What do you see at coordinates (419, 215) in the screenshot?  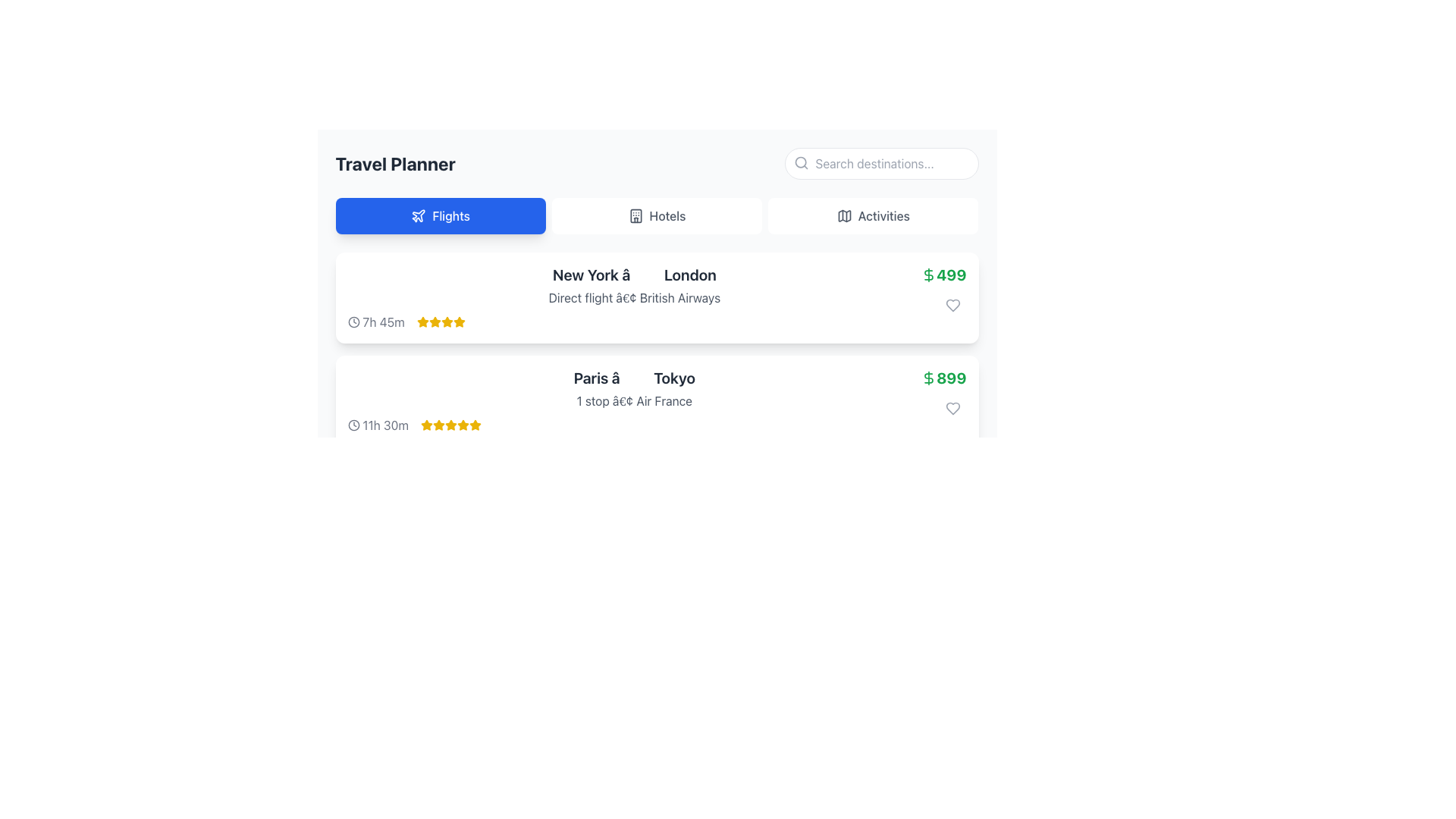 I see `the airplane icon within the 'Flights' button in the navigation bar, which is designed in SVG style and has a blue background` at bounding box center [419, 215].